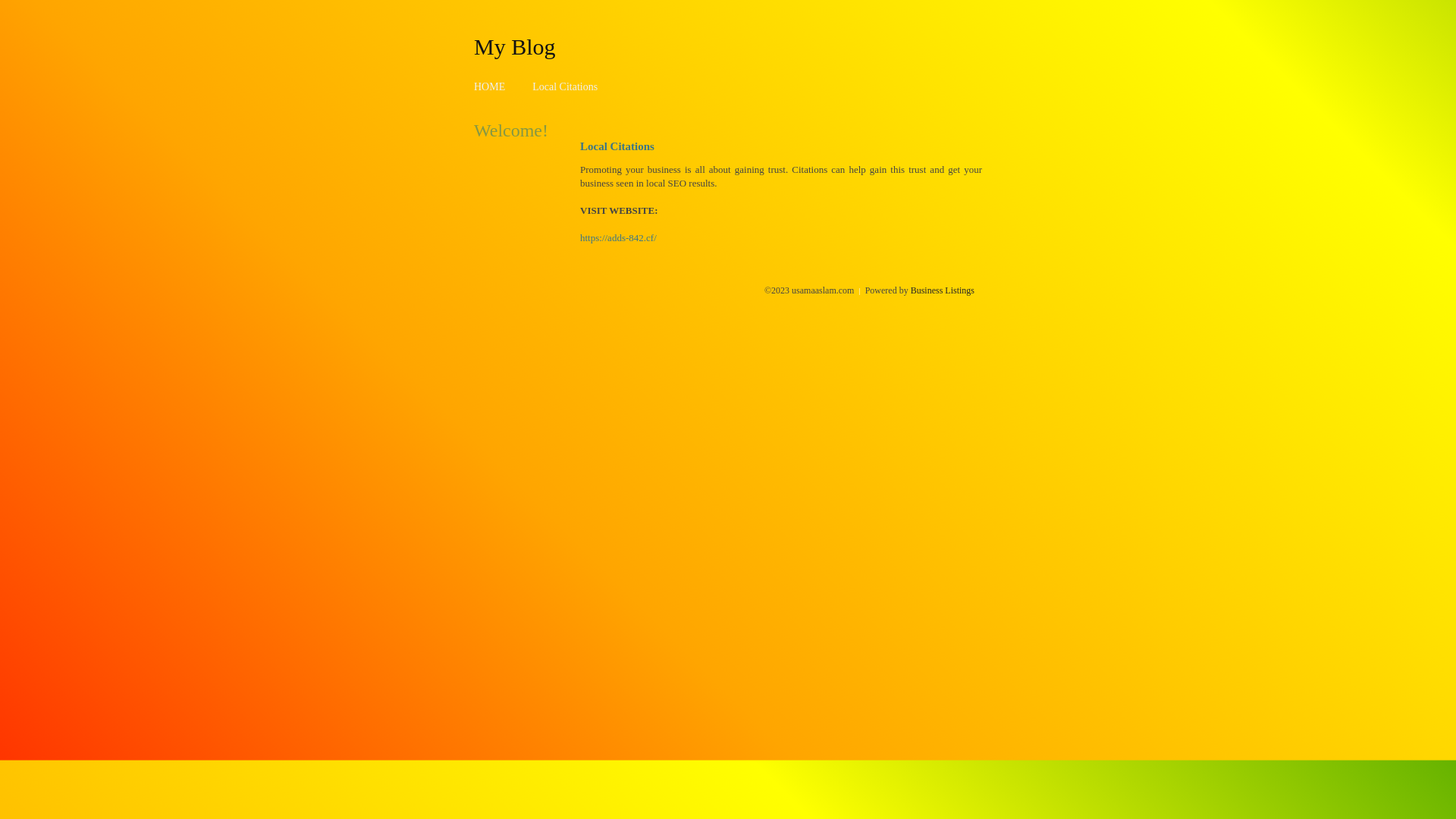 The height and width of the screenshot is (819, 1456). What do you see at coordinates (489, 86) in the screenshot?
I see `'HOME'` at bounding box center [489, 86].